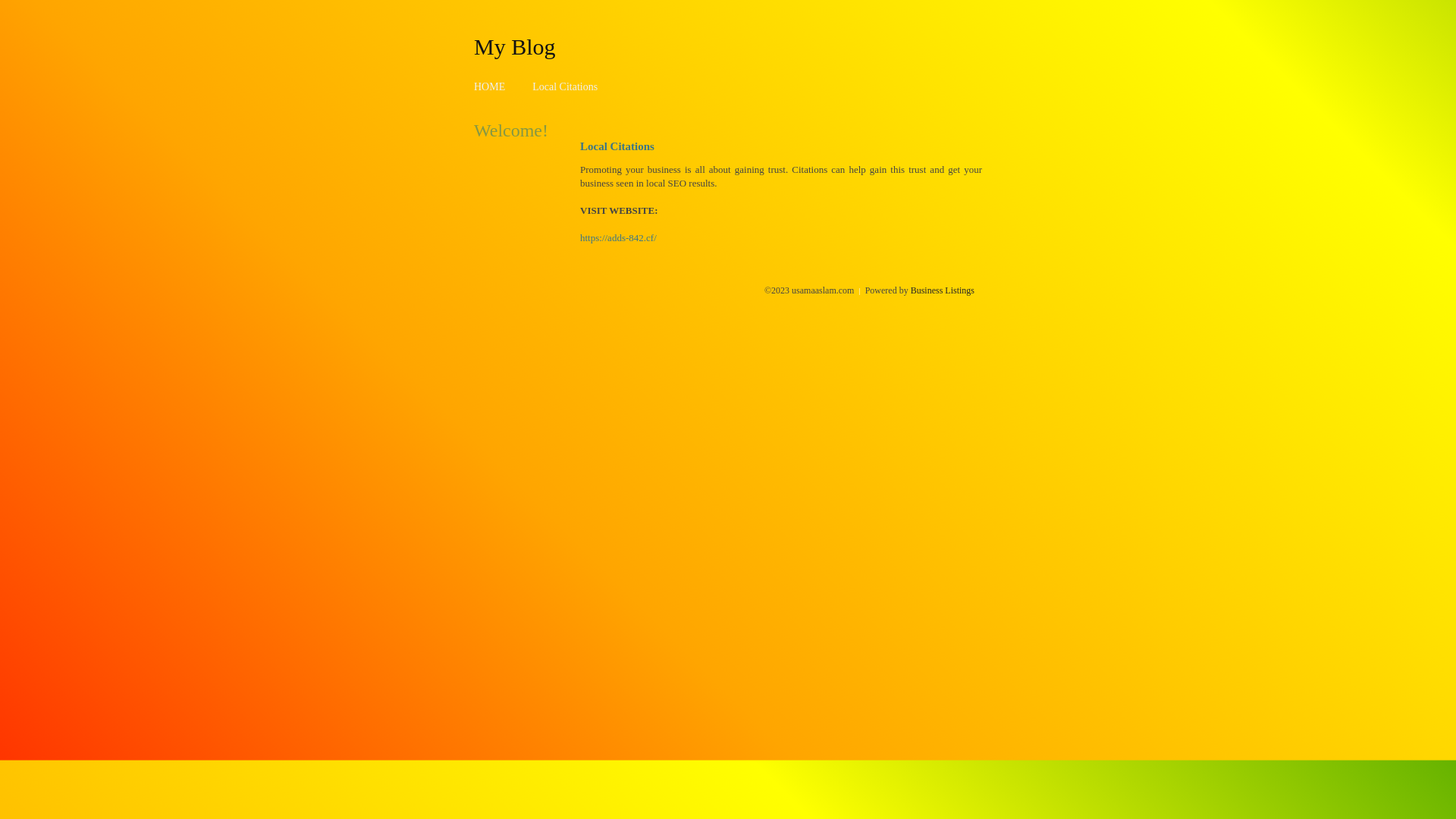 The height and width of the screenshot is (819, 1456). What do you see at coordinates (489, 86) in the screenshot?
I see `'HOME'` at bounding box center [489, 86].